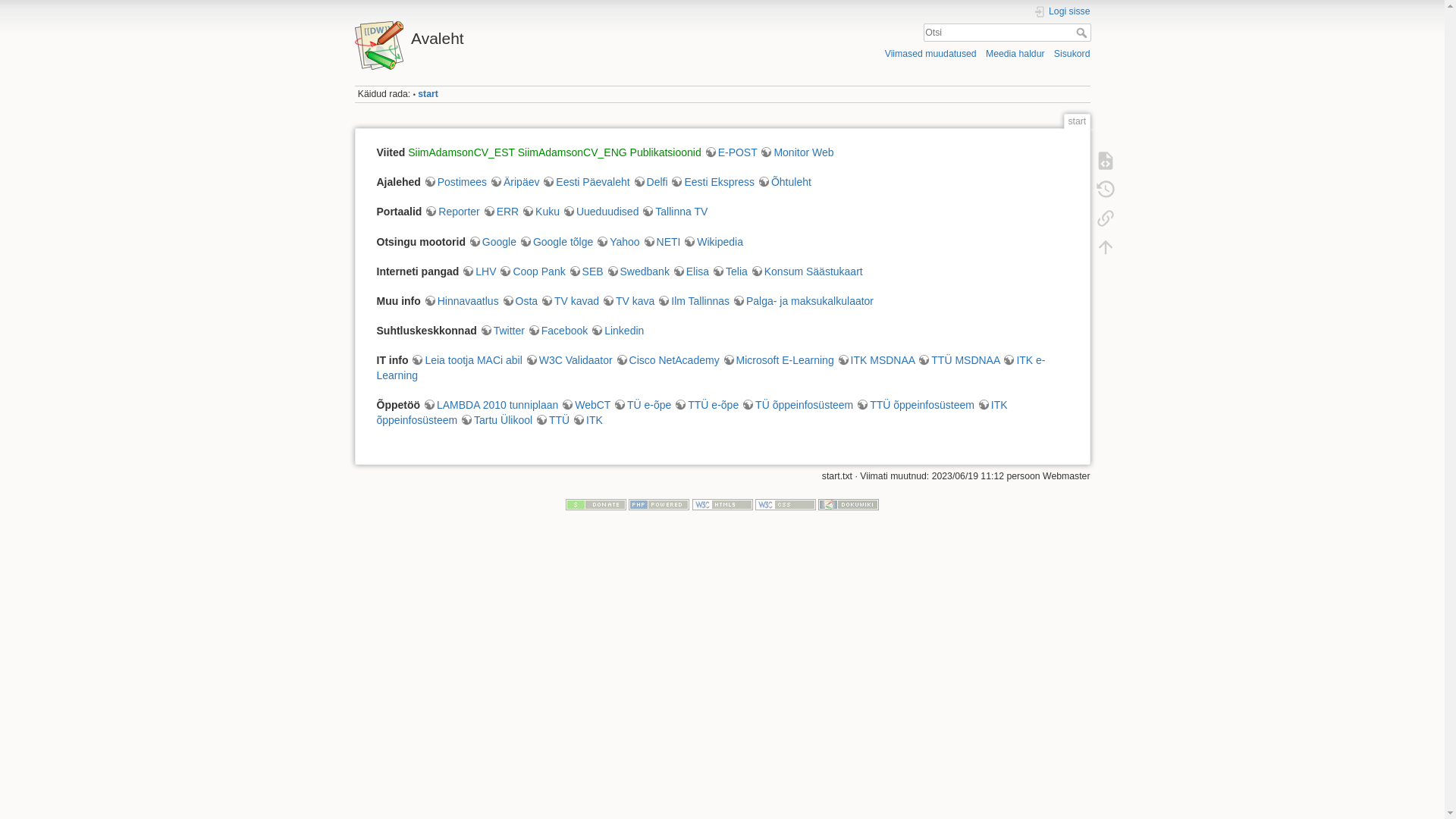 The height and width of the screenshot is (819, 1456). Describe the element at coordinates (778, 359) in the screenshot. I see `'Microsoft E-Learning'` at that location.